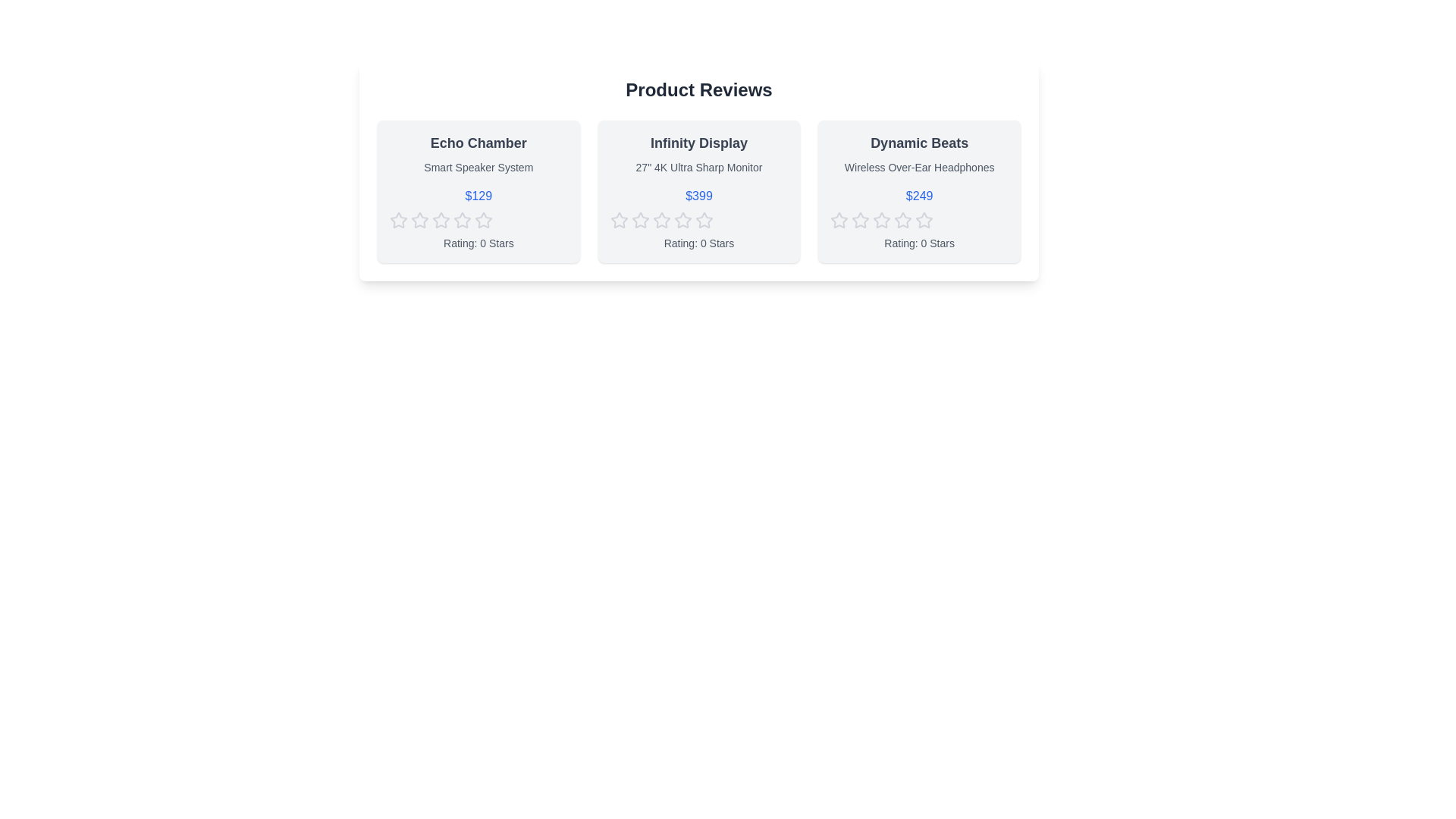  Describe the element at coordinates (461, 220) in the screenshot. I see `the fifth star in the interactive star rating component to assign a rating for the product 'Echo Chamber'` at that location.